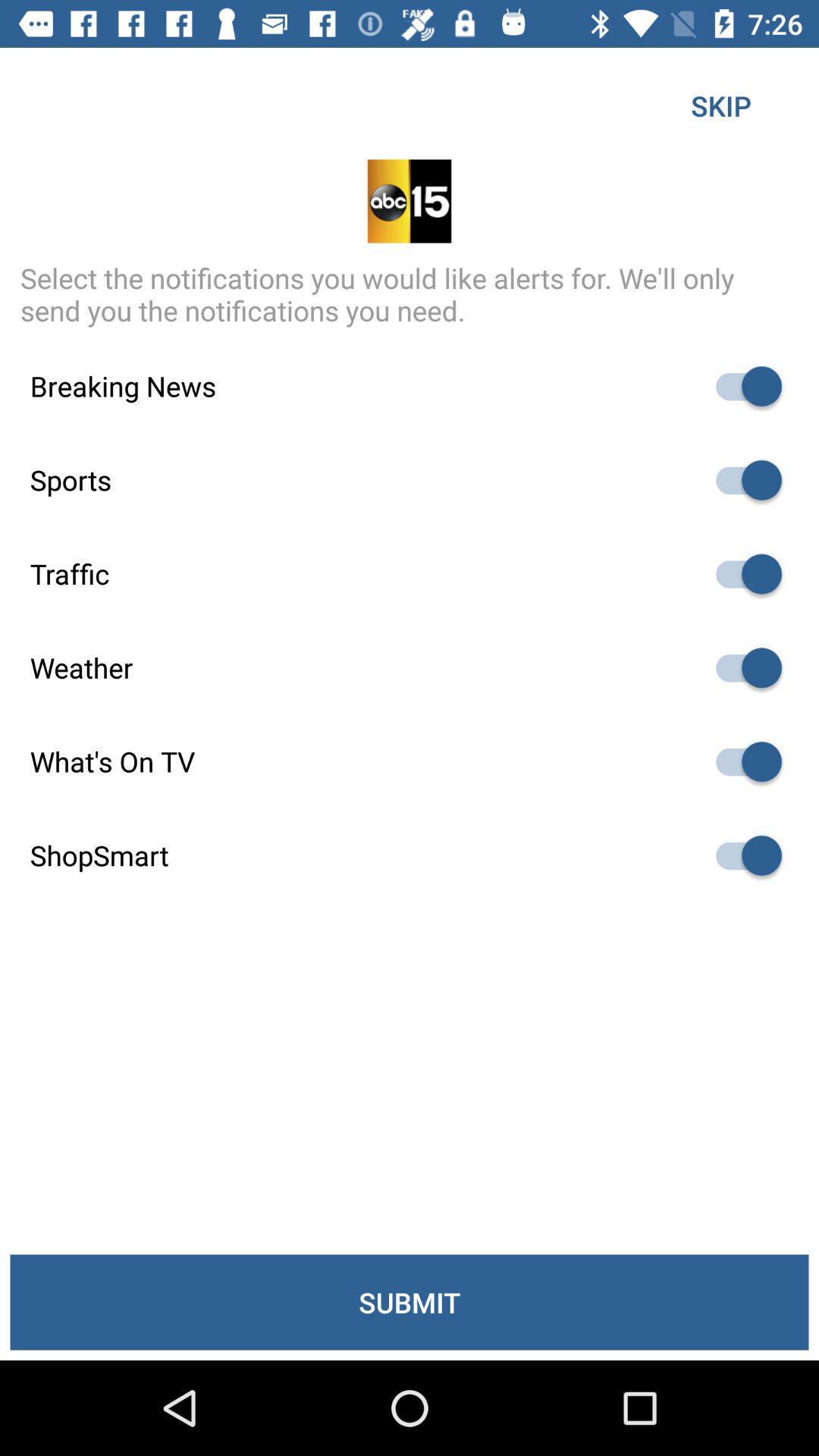  What do you see at coordinates (741, 479) in the screenshot?
I see `sports notifications` at bounding box center [741, 479].